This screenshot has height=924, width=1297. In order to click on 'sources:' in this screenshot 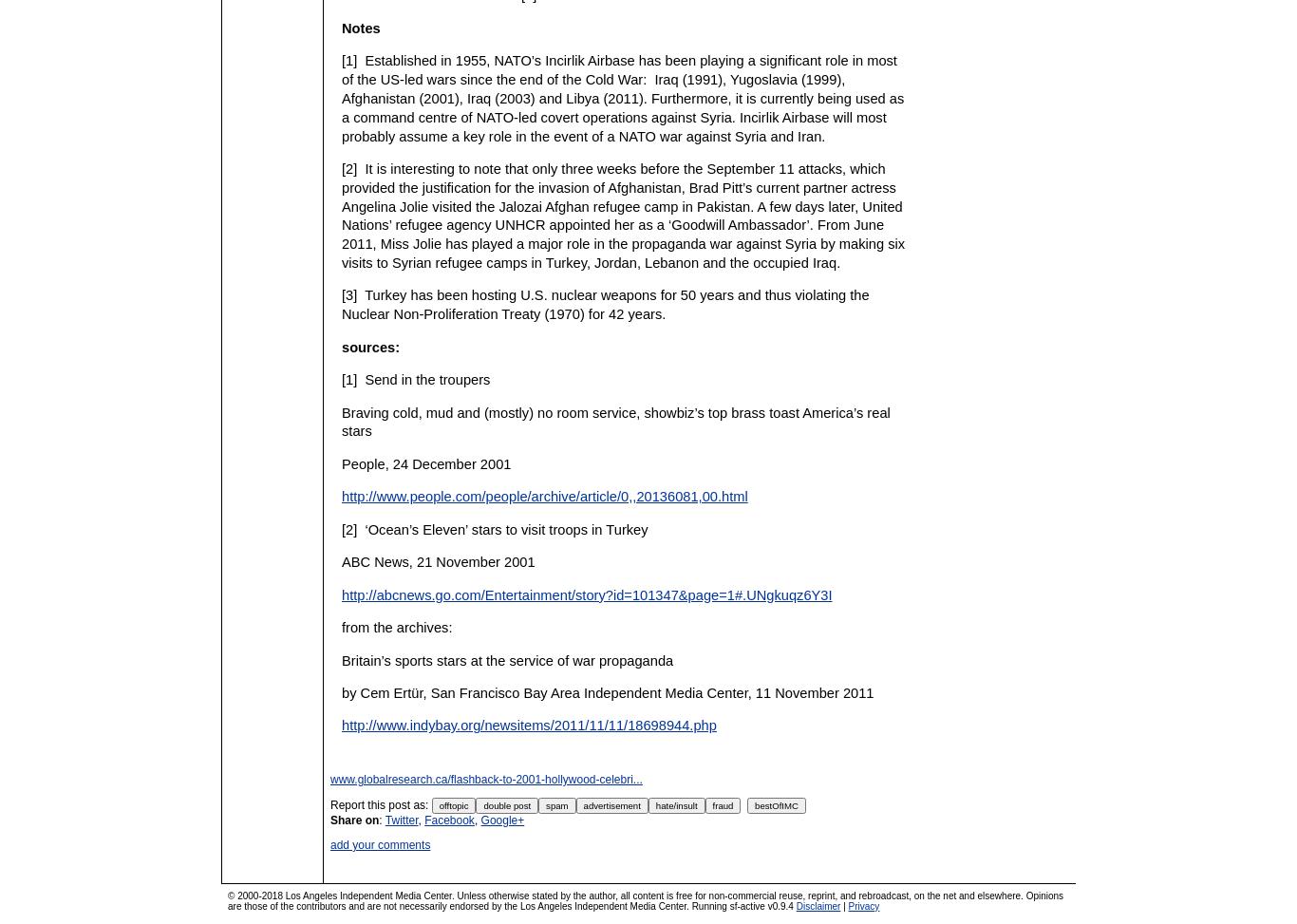, I will do `click(369, 345)`.